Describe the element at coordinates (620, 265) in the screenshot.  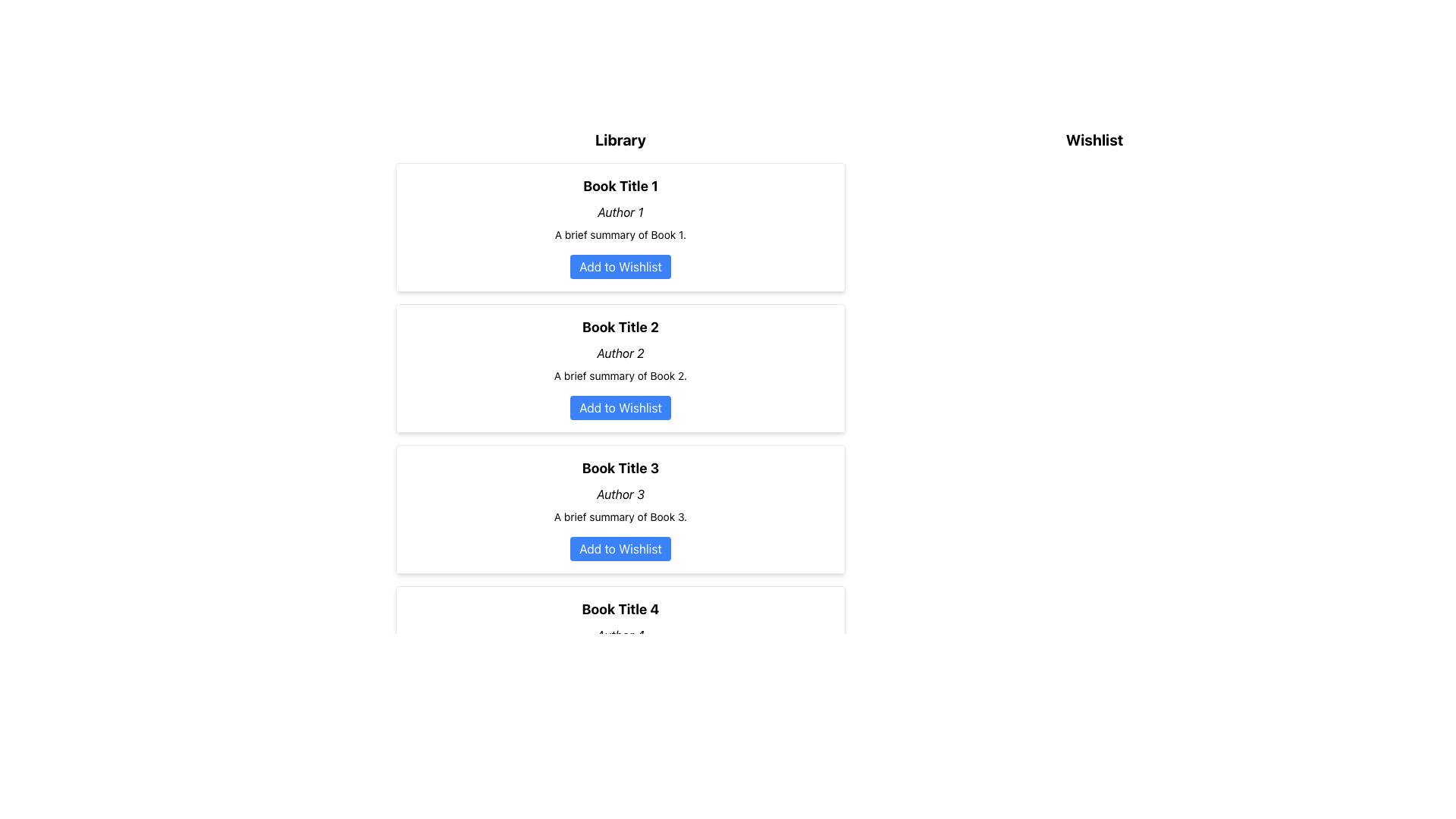
I see `the 'Add to Wishlist' button at the bottom of the 'Book Title 1' card` at that location.